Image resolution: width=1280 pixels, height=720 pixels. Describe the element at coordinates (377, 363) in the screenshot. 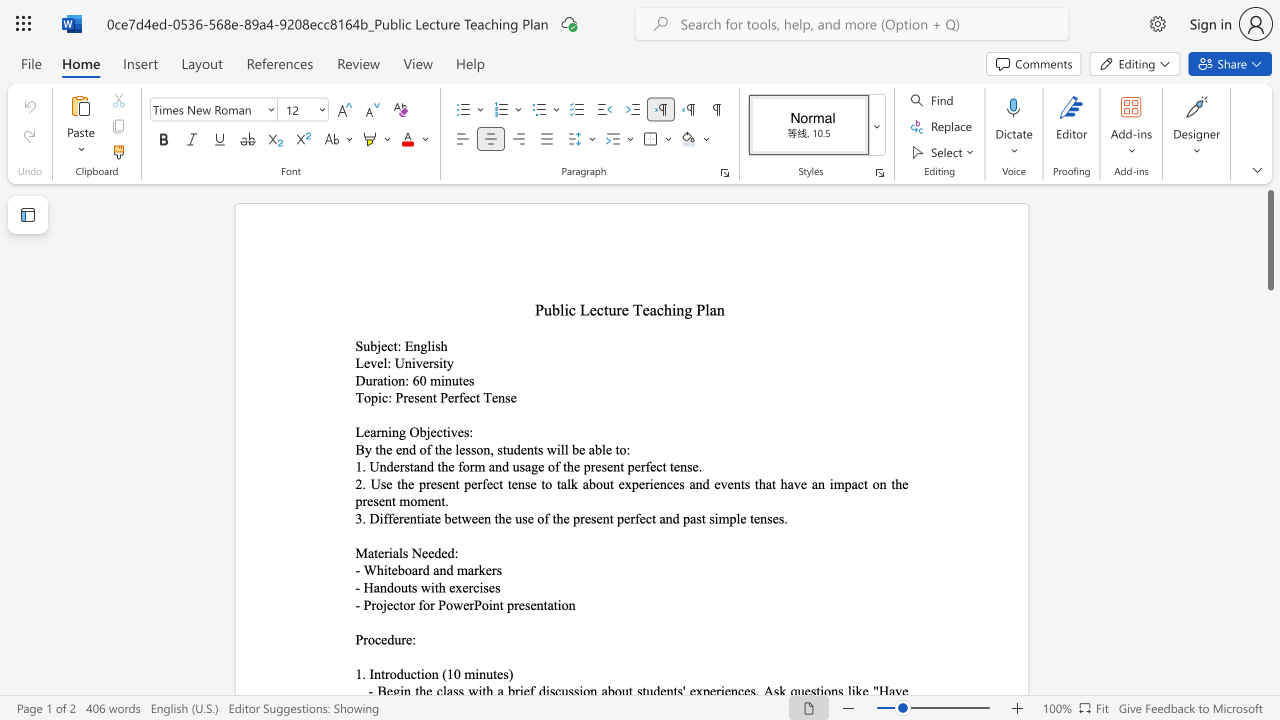

I see `the subset text "el: Univ" within the text "Level: University"` at that location.